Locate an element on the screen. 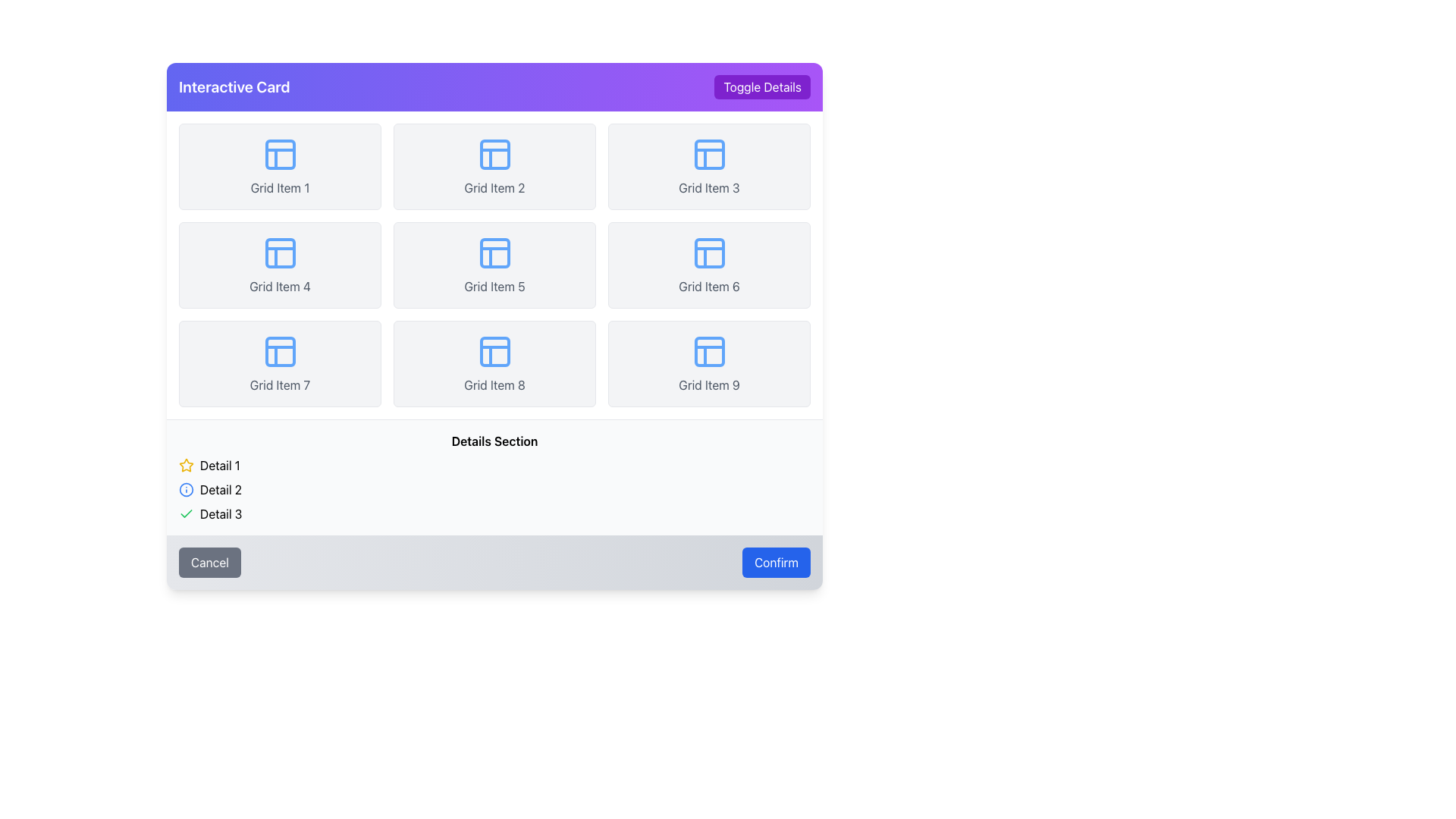  the Rectangular visual decoration located in the upper-left quadrant of the icon for 'Grid Item 8' is located at coordinates (494, 351).